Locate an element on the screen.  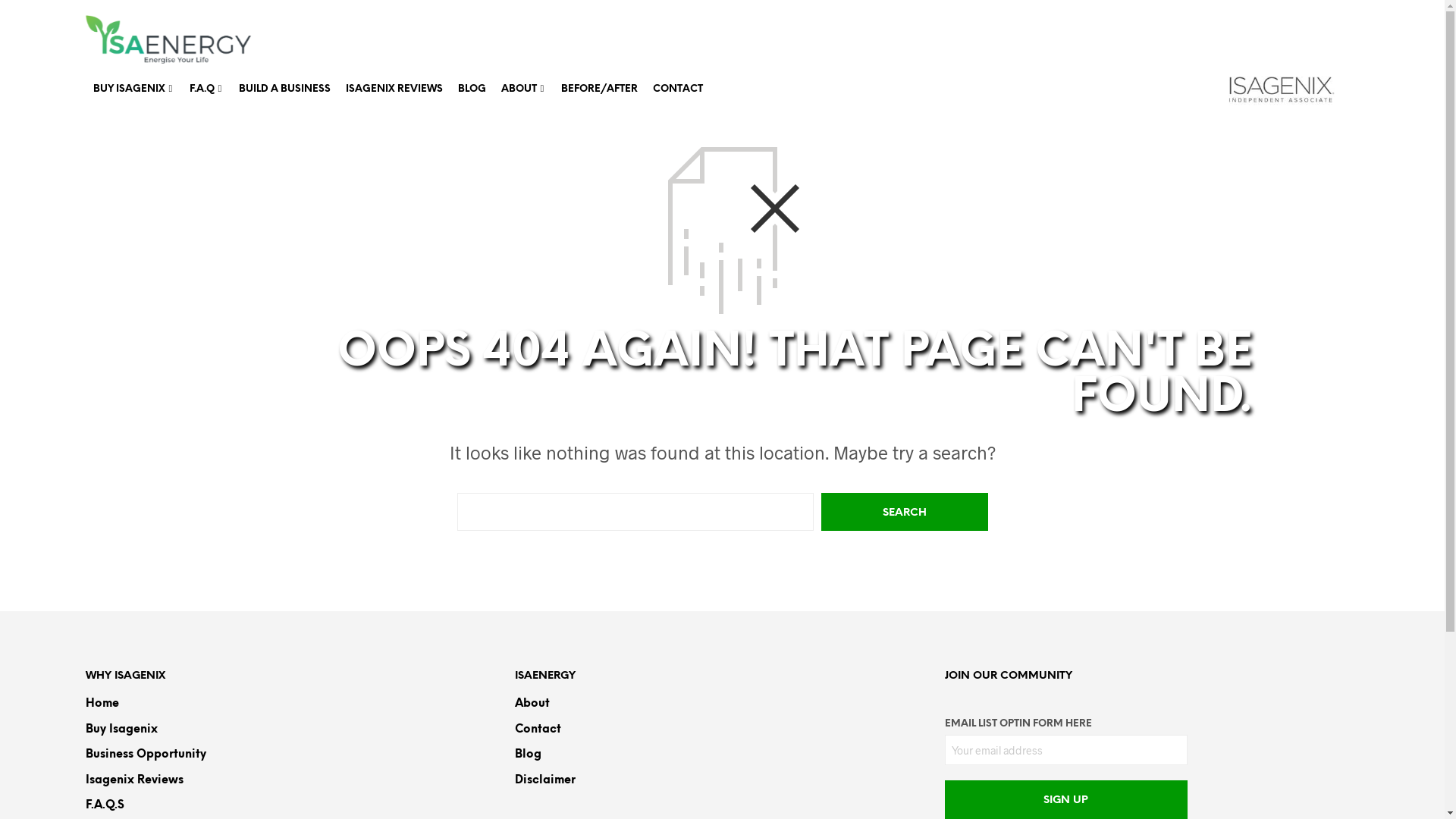
'IsaEnergy Products Online' is located at coordinates (168, 38).